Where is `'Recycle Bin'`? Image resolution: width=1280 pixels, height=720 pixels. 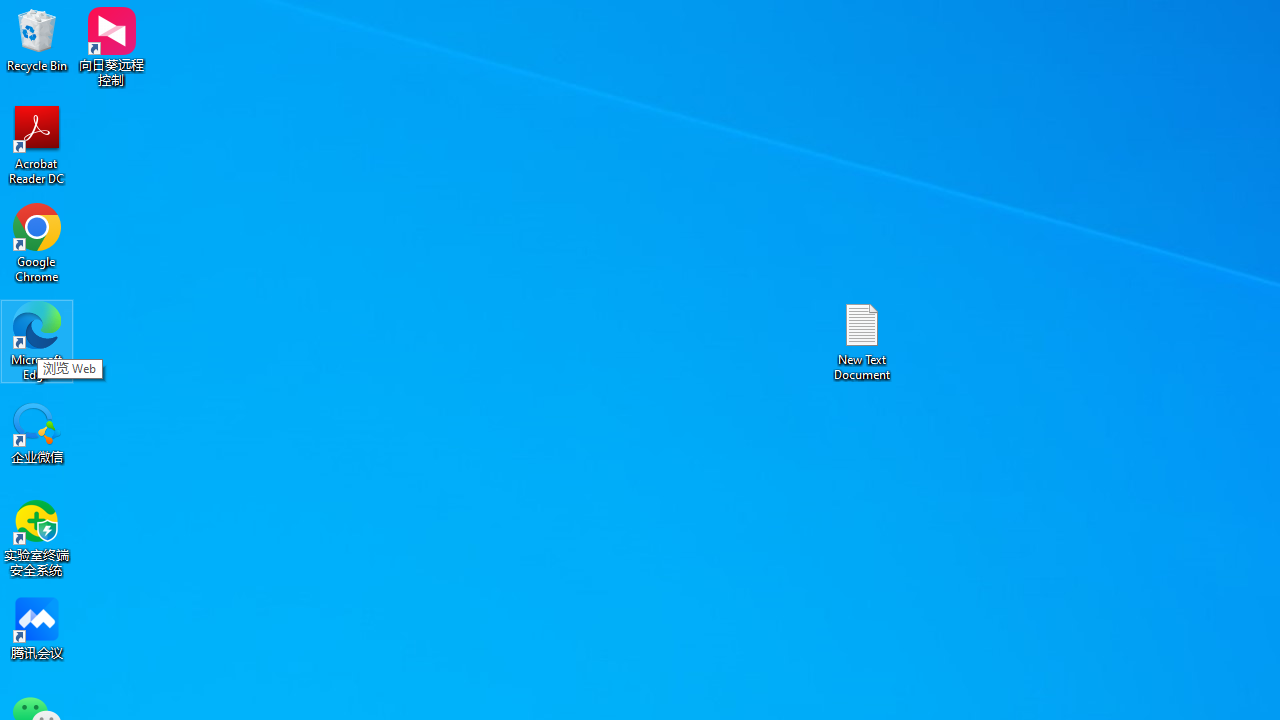
'Recycle Bin' is located at coordinates (37, 39).